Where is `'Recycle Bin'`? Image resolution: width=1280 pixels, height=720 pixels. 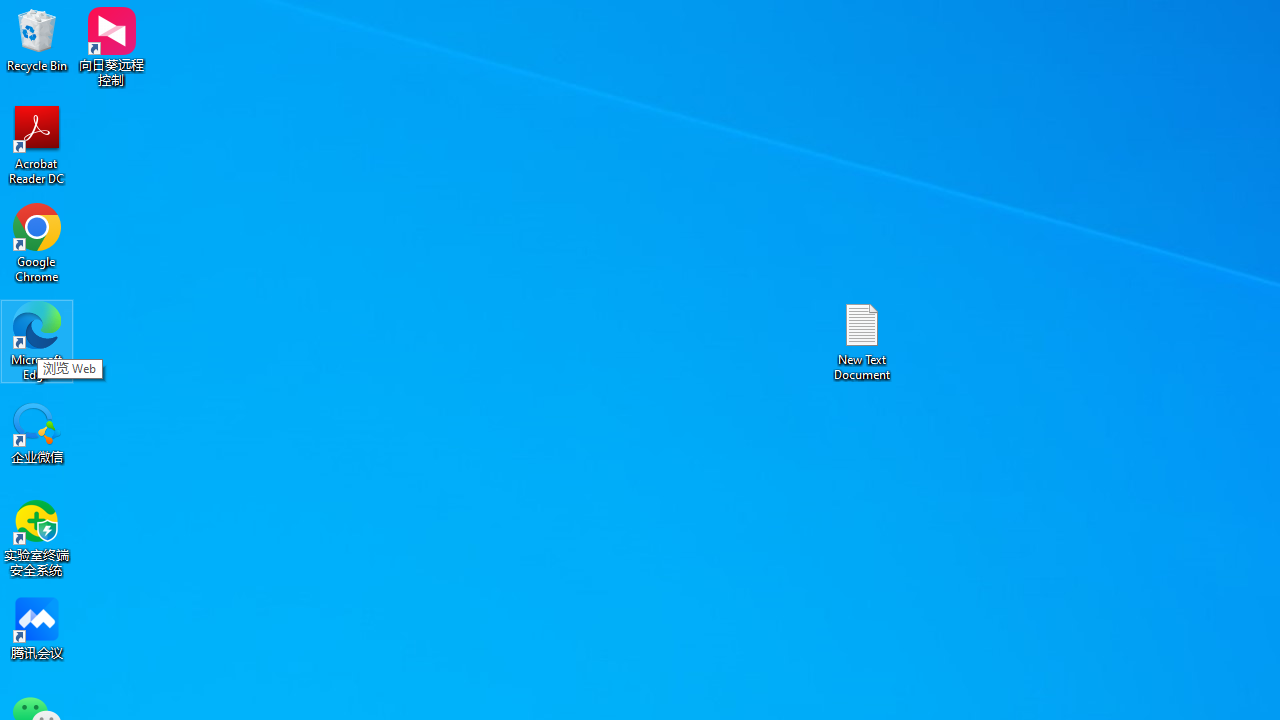
'Recycle Bin' is located at coordinates (37, 39).